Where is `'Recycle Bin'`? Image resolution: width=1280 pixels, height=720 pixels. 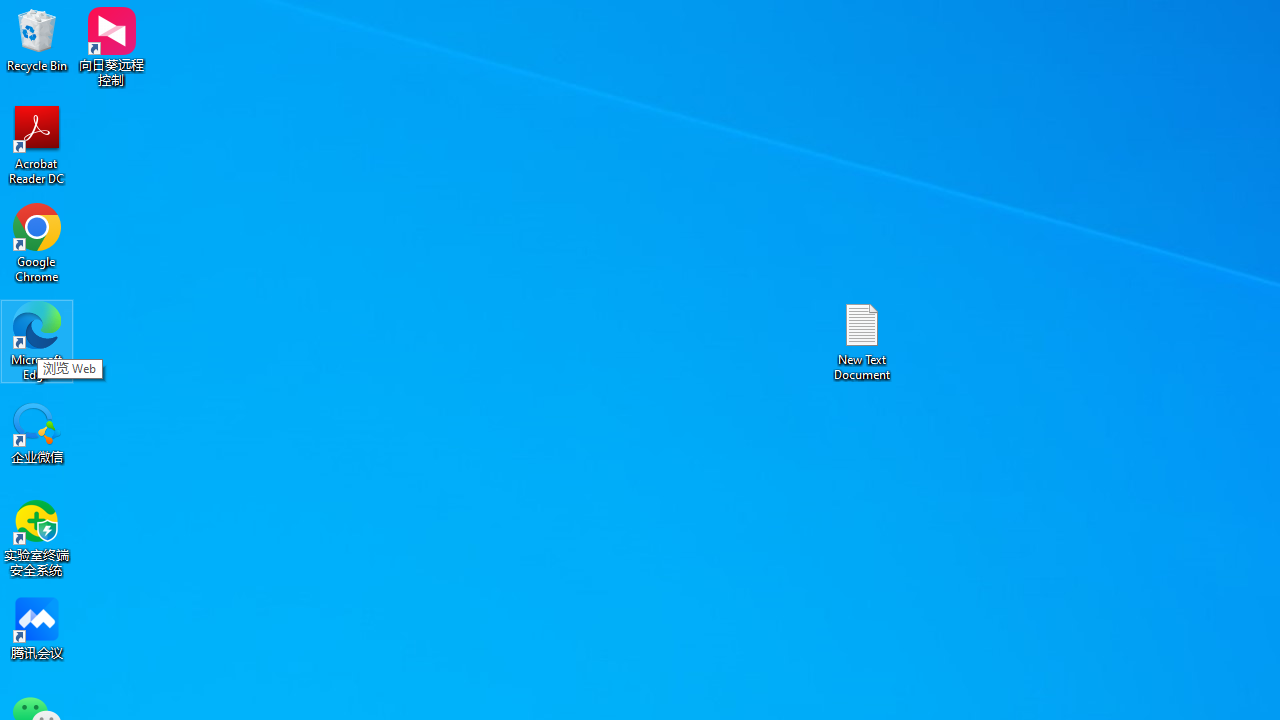
'Recycle Bin' is located at coordinates (37, 39).